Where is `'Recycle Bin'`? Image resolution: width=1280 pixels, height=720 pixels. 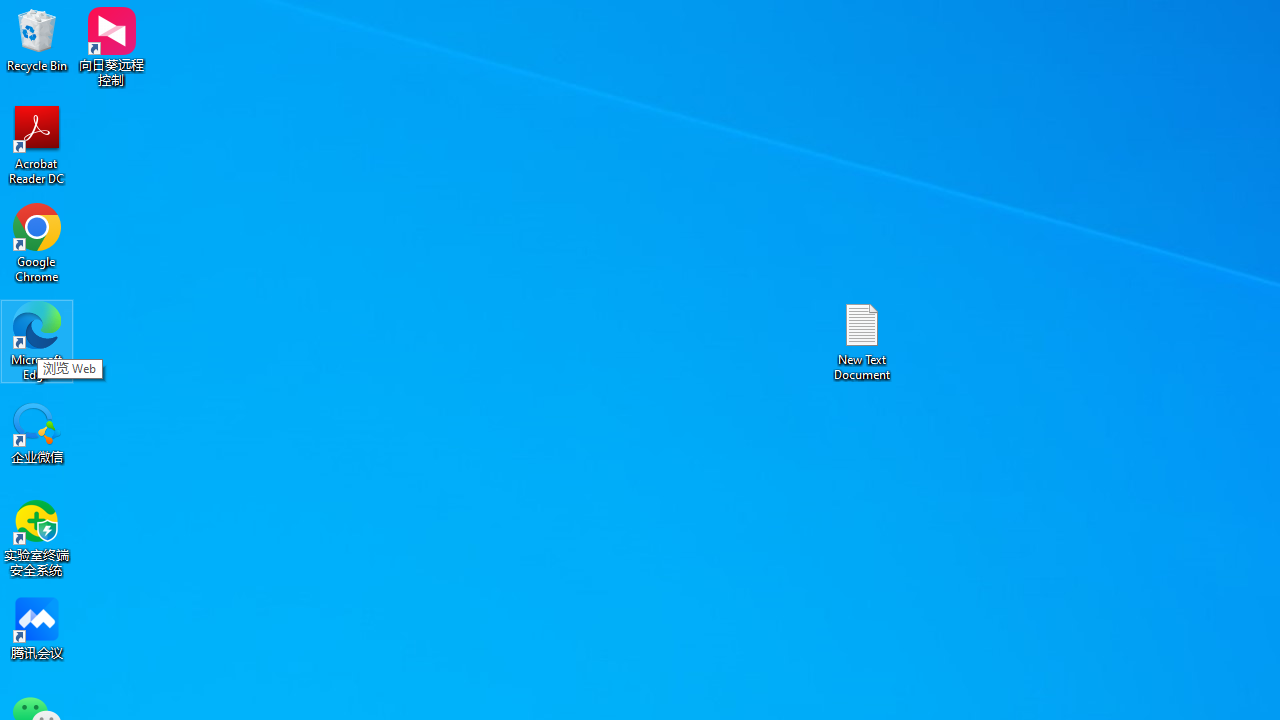
'Recycle Bin' is located at coordinates (37, 39).